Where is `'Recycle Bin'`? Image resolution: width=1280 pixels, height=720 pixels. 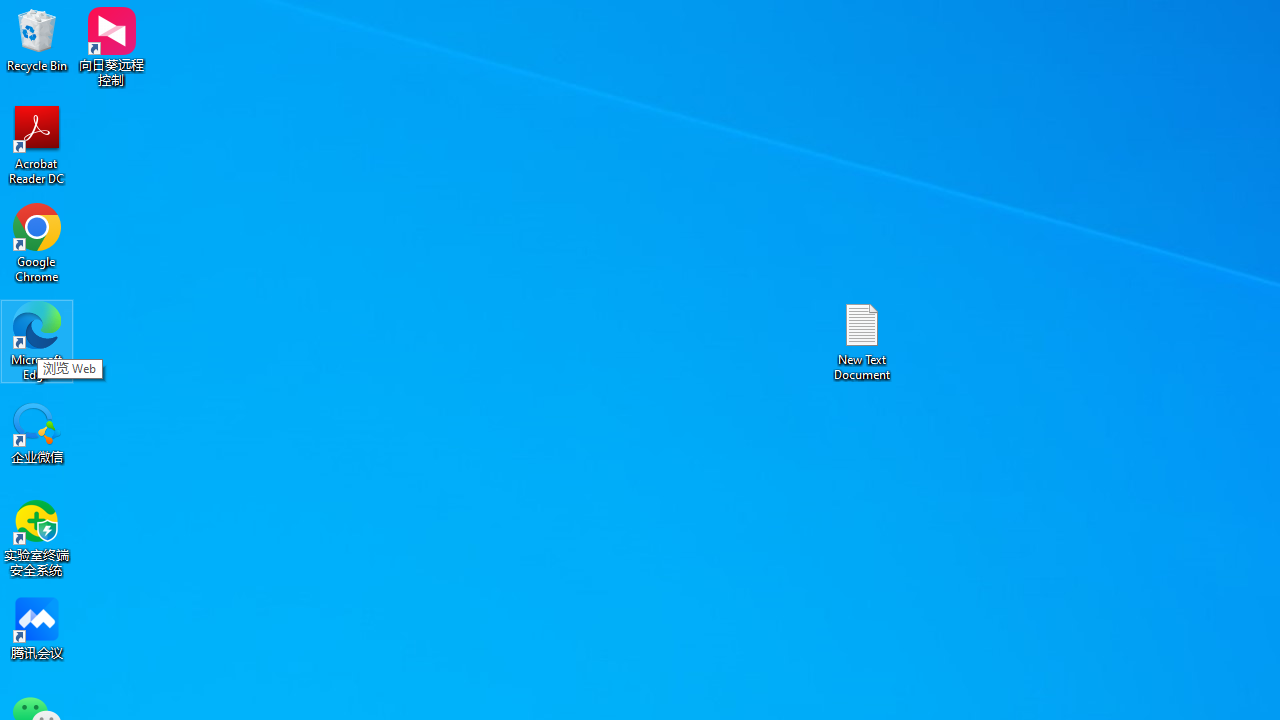
'Recycle Bin' is located at coordinates (37, 39).